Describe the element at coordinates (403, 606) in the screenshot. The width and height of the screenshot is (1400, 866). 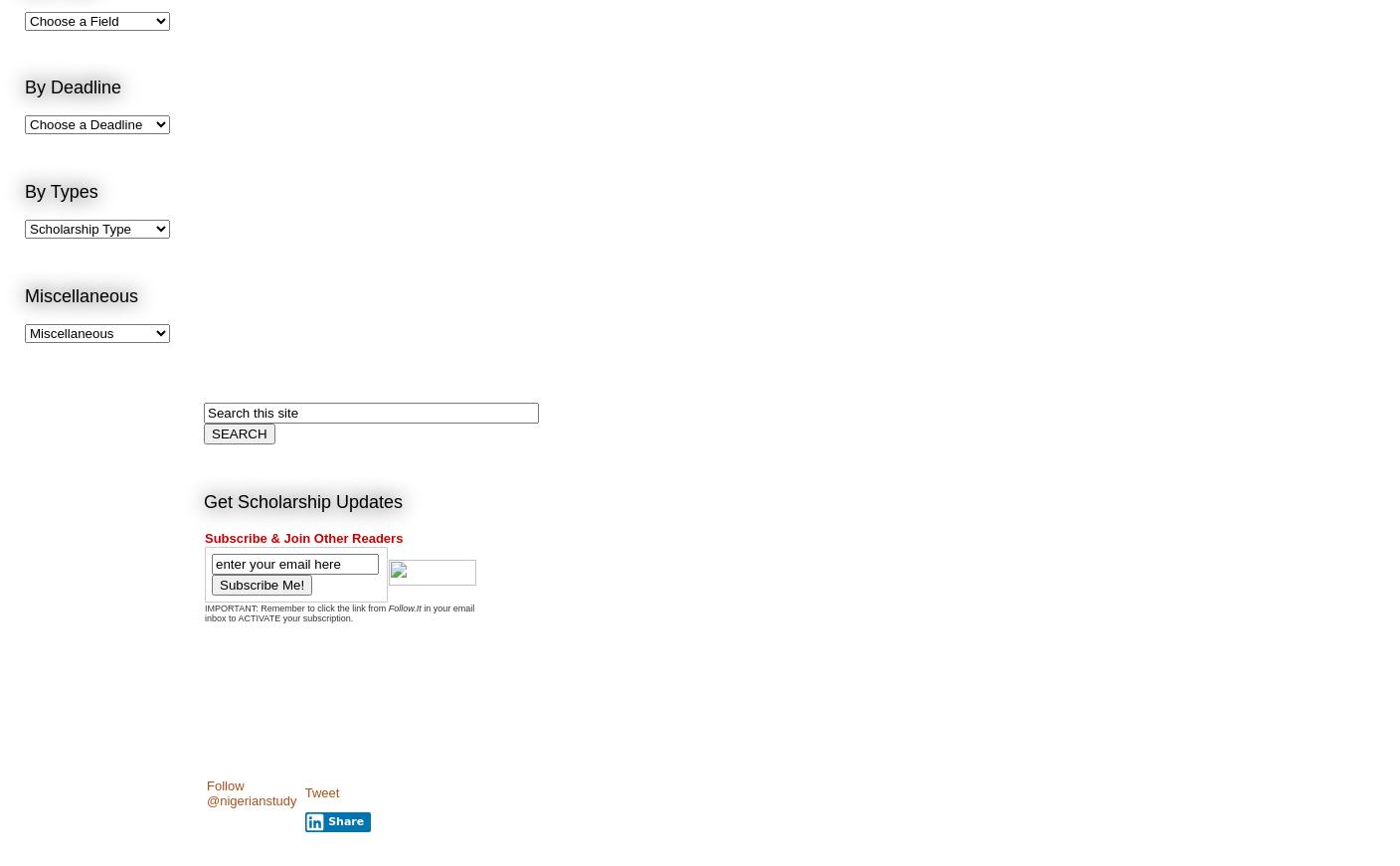
I see `'Follow.It'` at that location.